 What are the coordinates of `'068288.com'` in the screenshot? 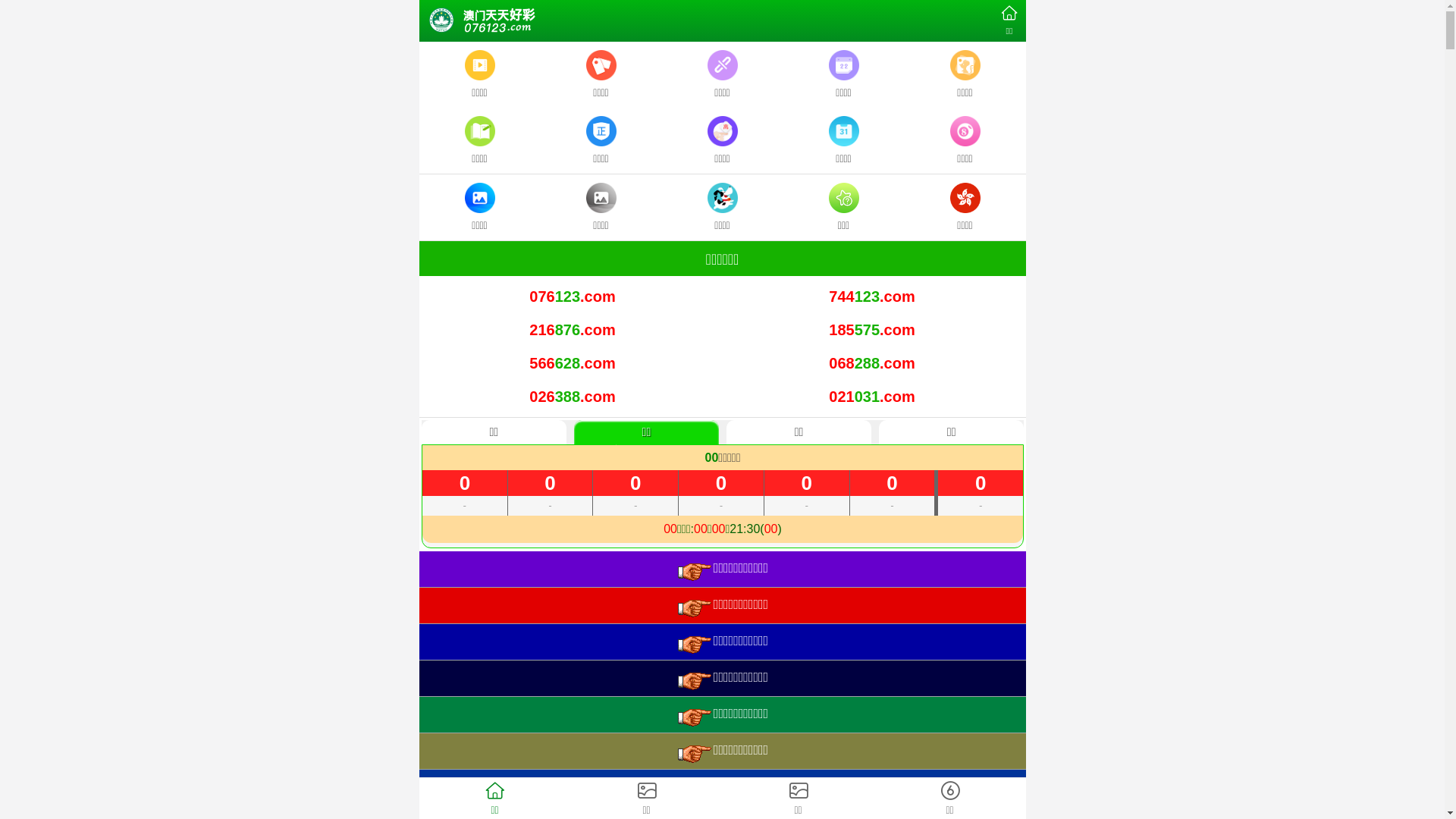 It's located at (871, 363).